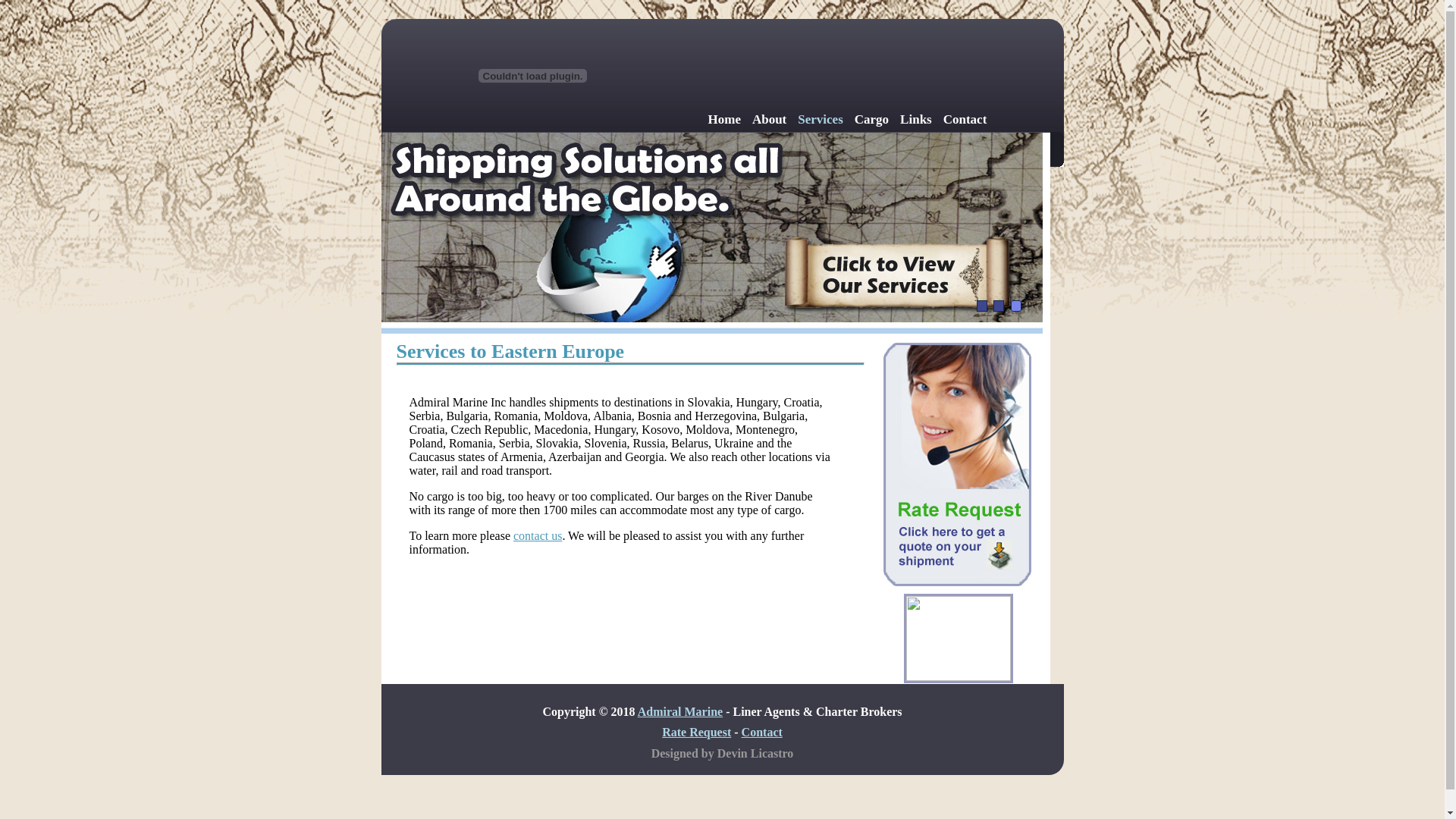 The height and width of the screenshot is (819, 1456). What do you see at coordinates (942, 118) in the screenshot?
I see `'Contact'` at bounding box center [942, 118].